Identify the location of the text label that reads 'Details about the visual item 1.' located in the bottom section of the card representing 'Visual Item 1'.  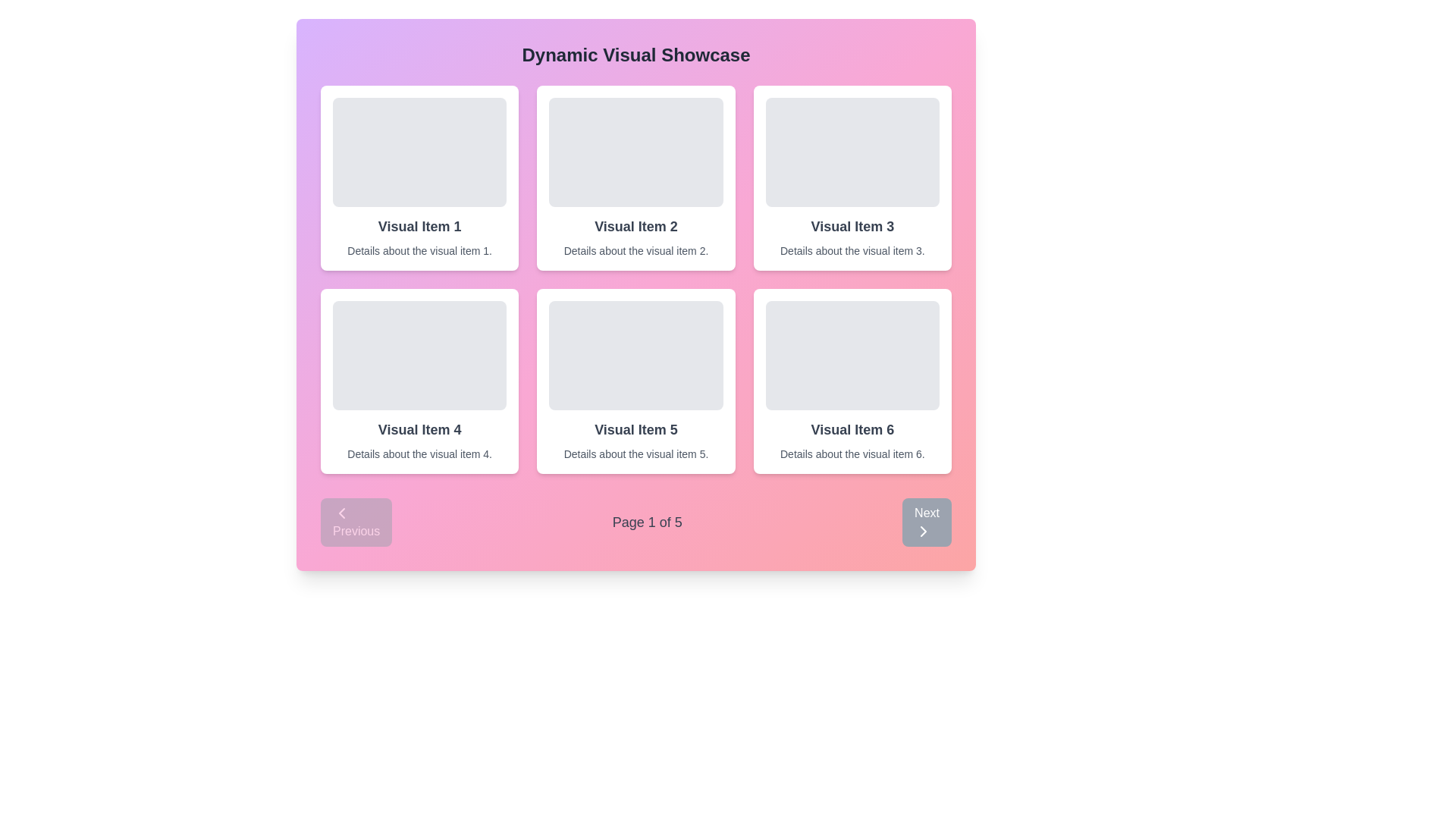
(419, 250).